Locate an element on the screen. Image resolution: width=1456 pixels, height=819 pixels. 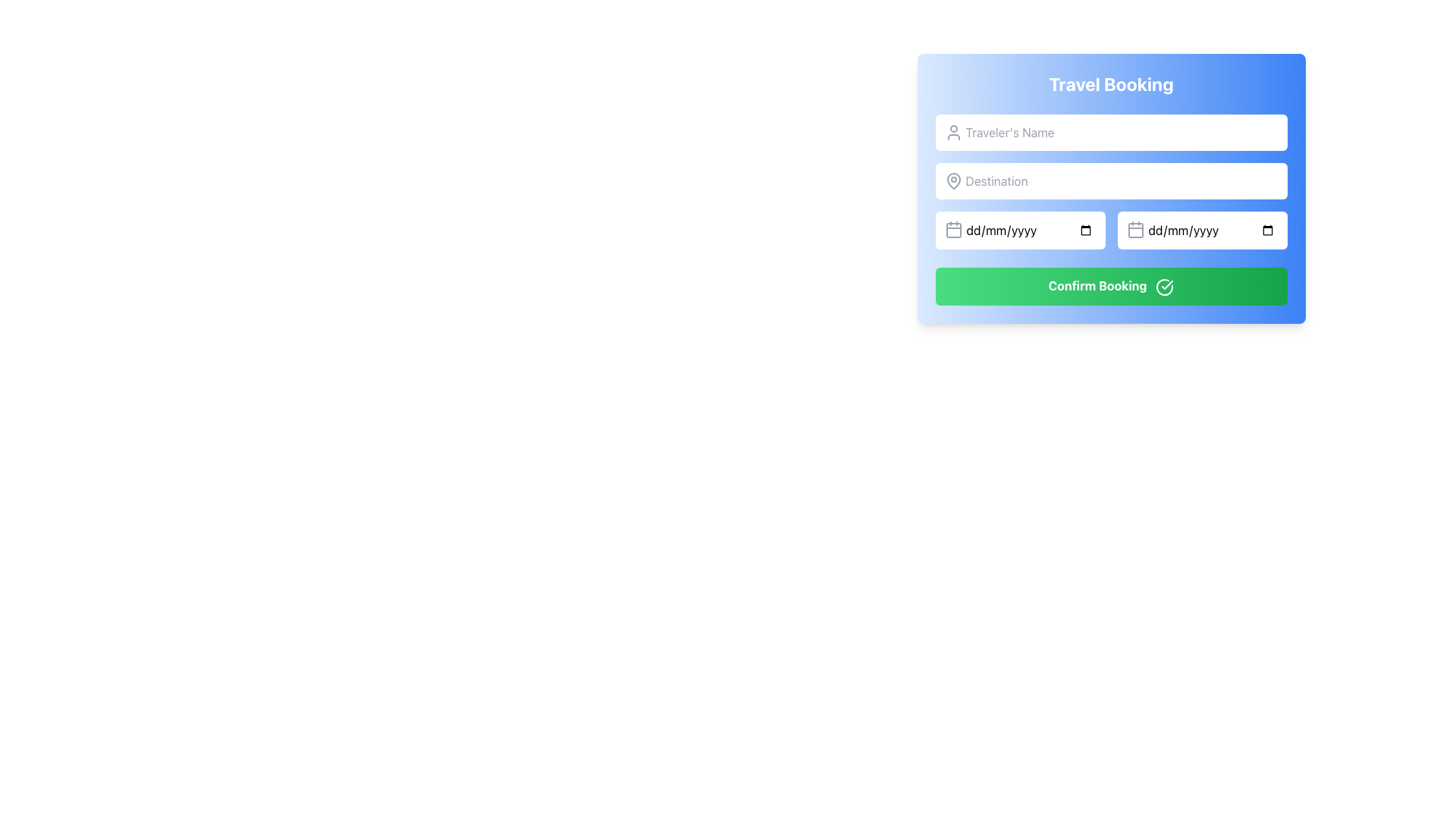
the gray calendar icon located to the left of the date input field under the 'Departure Date' section is located at coordinates (952, 230).